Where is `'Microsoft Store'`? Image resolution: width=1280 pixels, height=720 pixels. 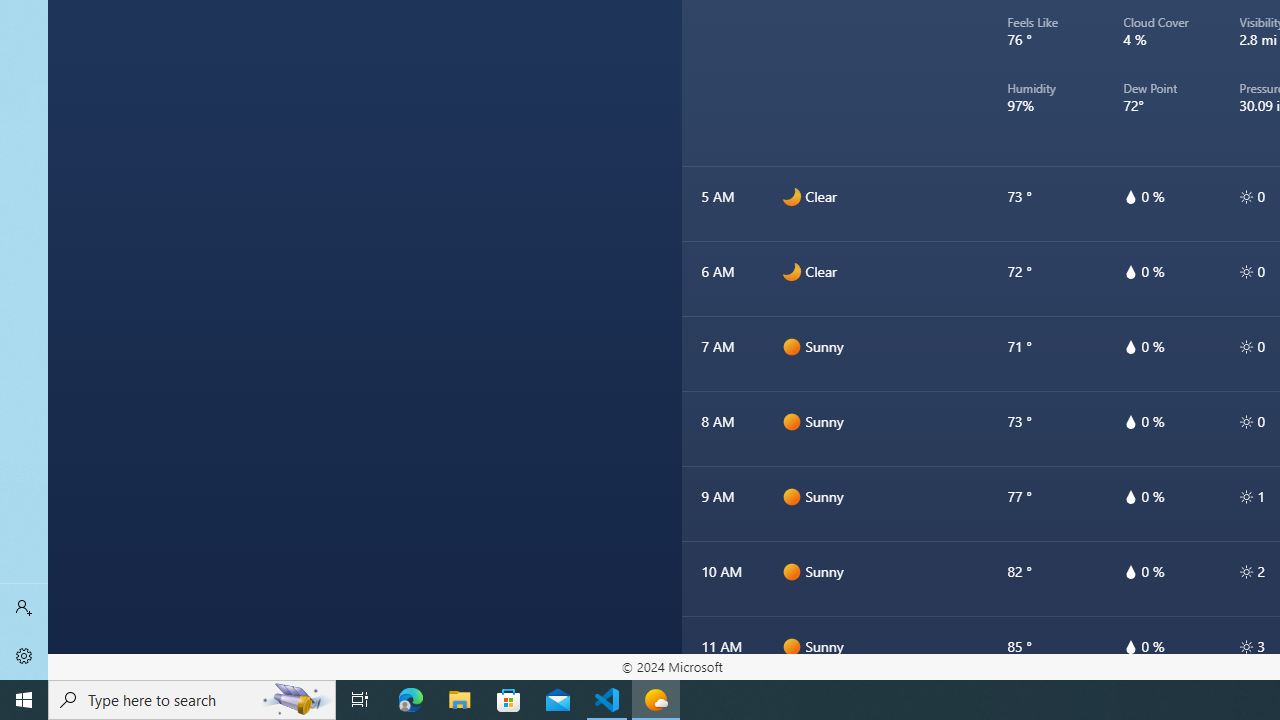 'Microsoft Store' is located at coordinates (509, 698).